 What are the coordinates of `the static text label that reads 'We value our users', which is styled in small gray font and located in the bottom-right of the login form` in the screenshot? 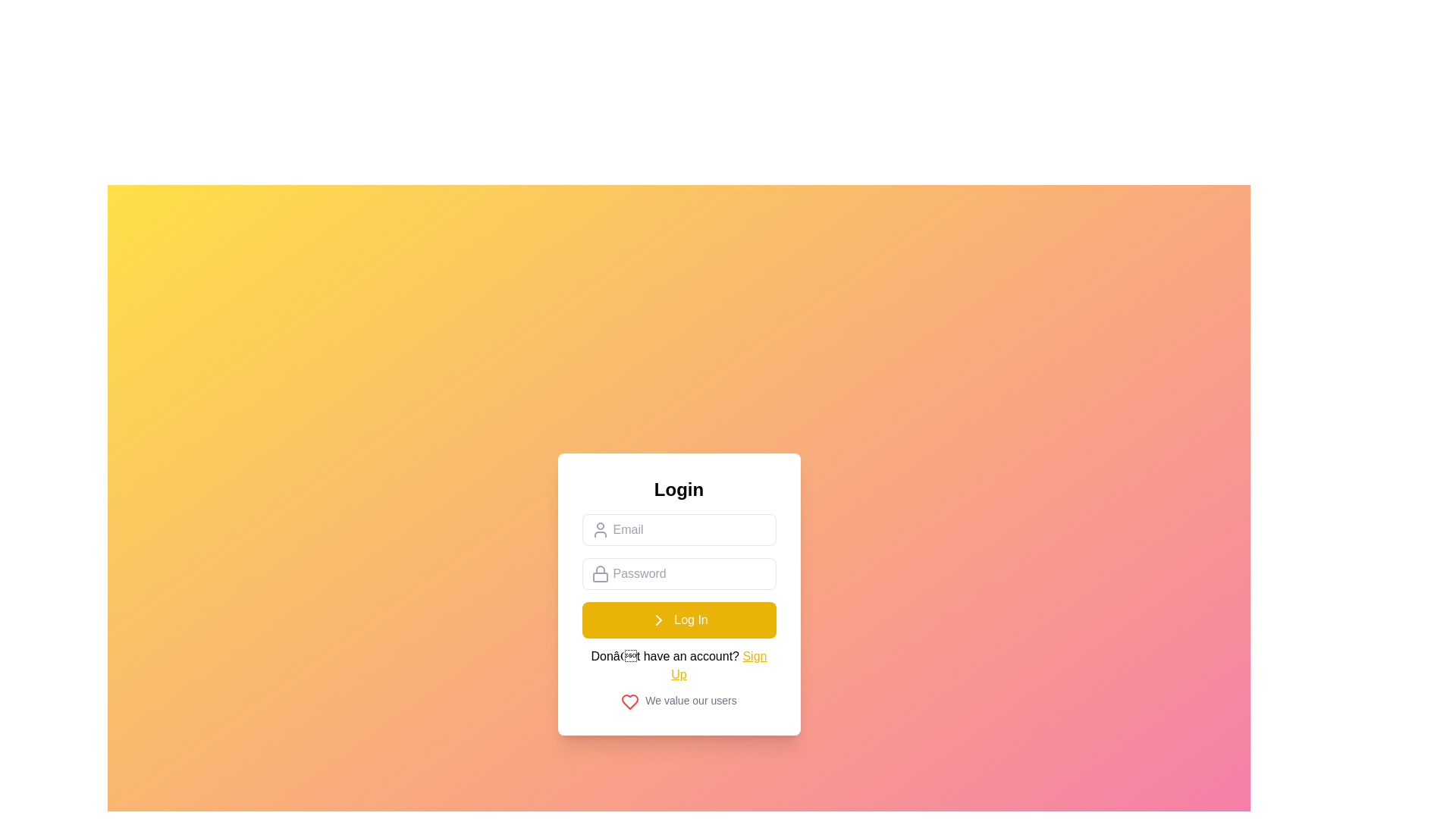 It's located at (690, 701).